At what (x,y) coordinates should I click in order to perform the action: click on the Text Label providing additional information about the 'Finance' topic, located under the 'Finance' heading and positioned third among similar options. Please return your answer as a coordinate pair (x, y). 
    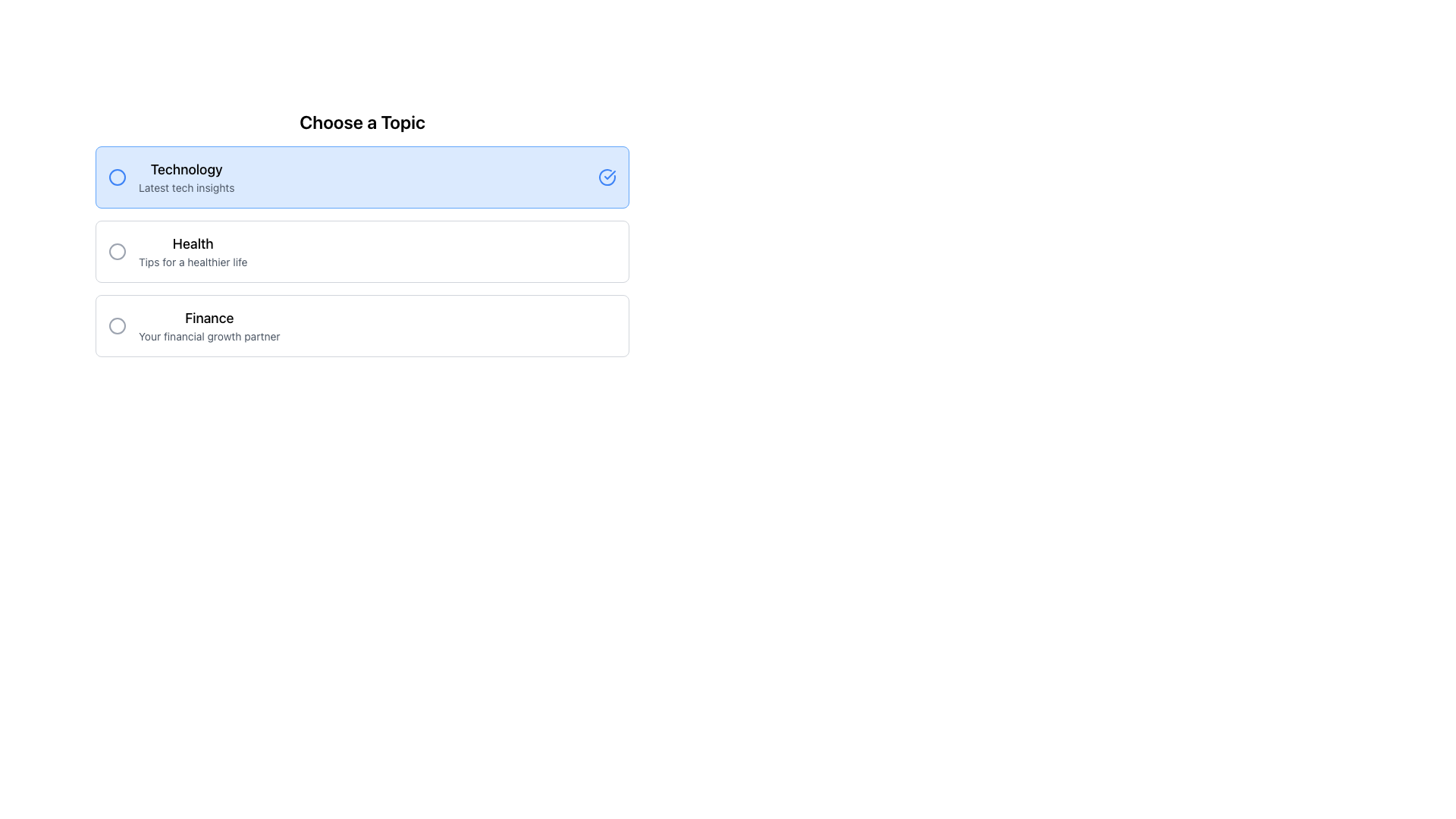
    Looking at the image, I should click on (209, 335).